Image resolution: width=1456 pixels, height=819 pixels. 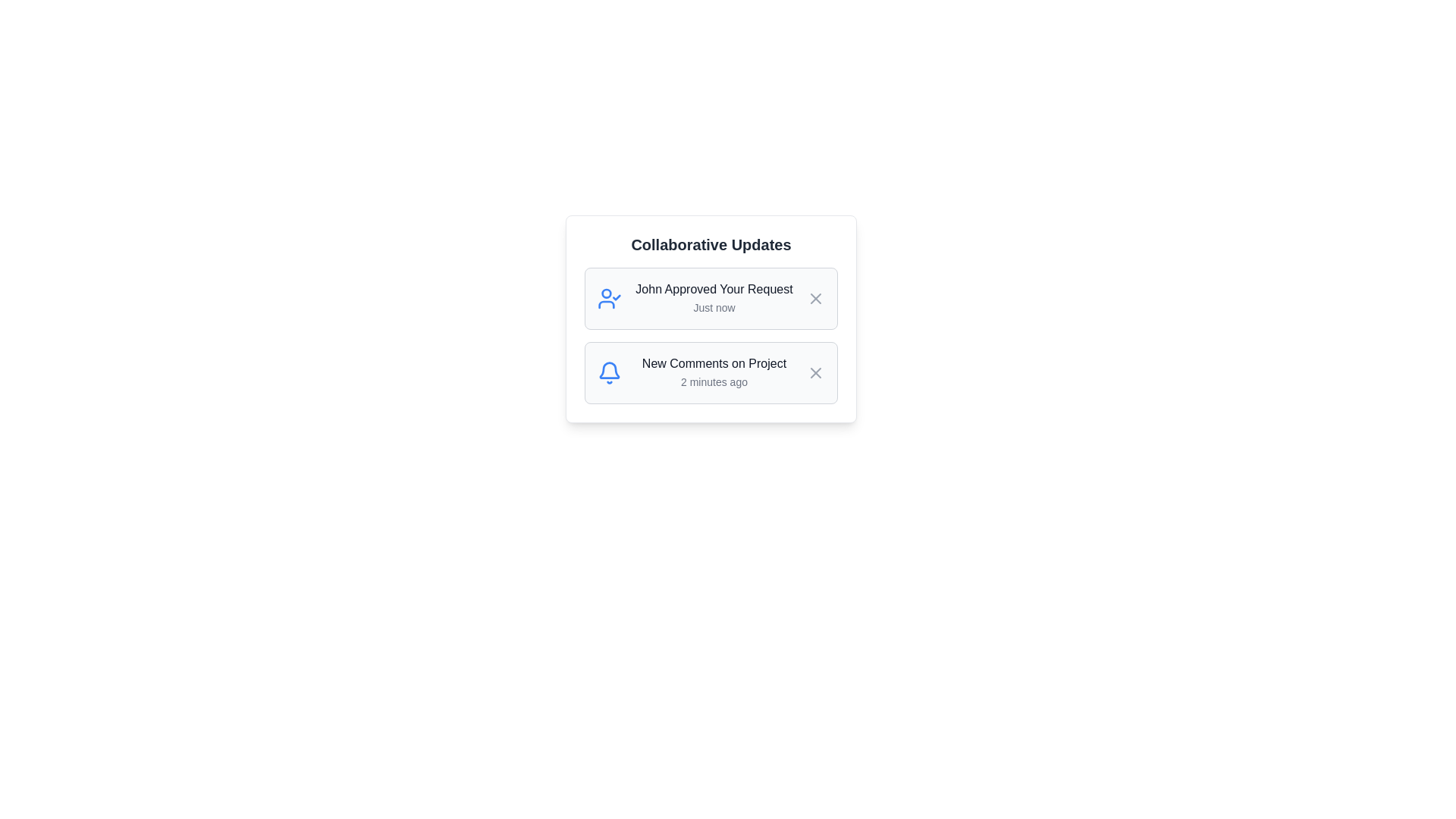 What do you see at coordinates (610, 298) in the screenshot?
I see `the user icon with a checkmark located within the notification card, positioned to the left of the text 'John Approved Your Request'` at bounding box center [610, 298].